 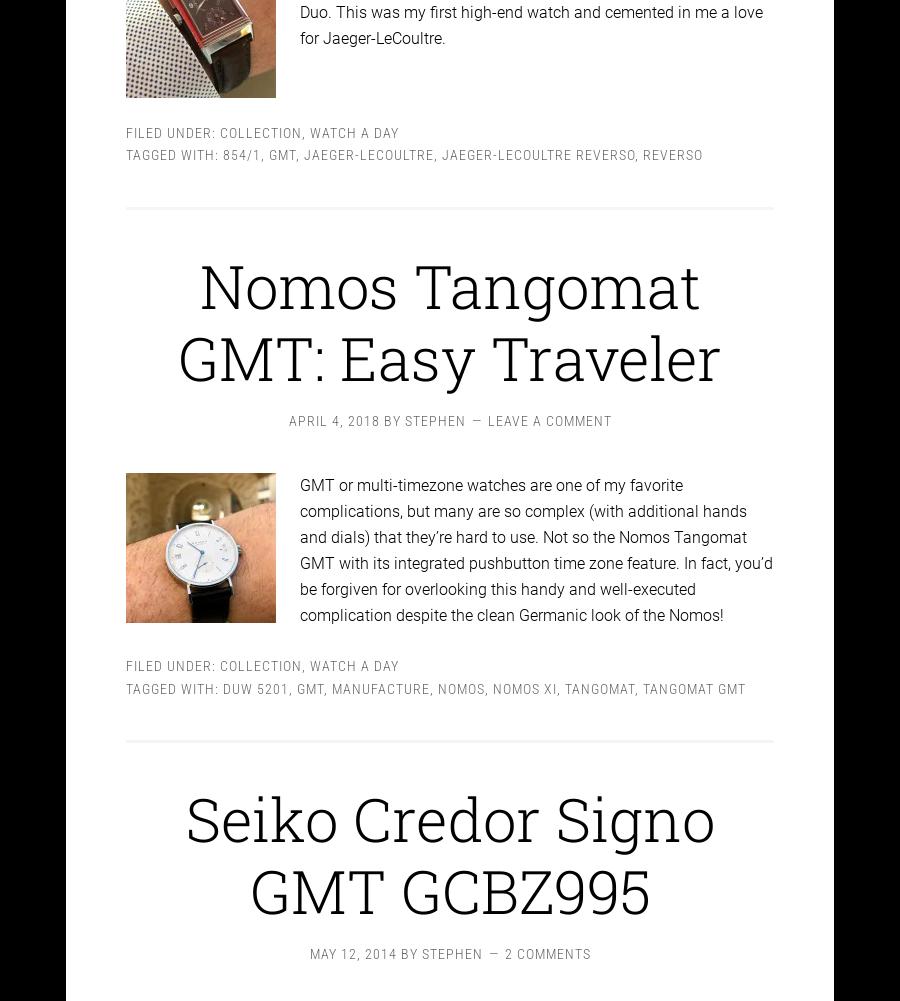 What do you see at coordinates (503, 936) in the screenshot?
I see `'2 Comments'` at bounding box center [503, 936].